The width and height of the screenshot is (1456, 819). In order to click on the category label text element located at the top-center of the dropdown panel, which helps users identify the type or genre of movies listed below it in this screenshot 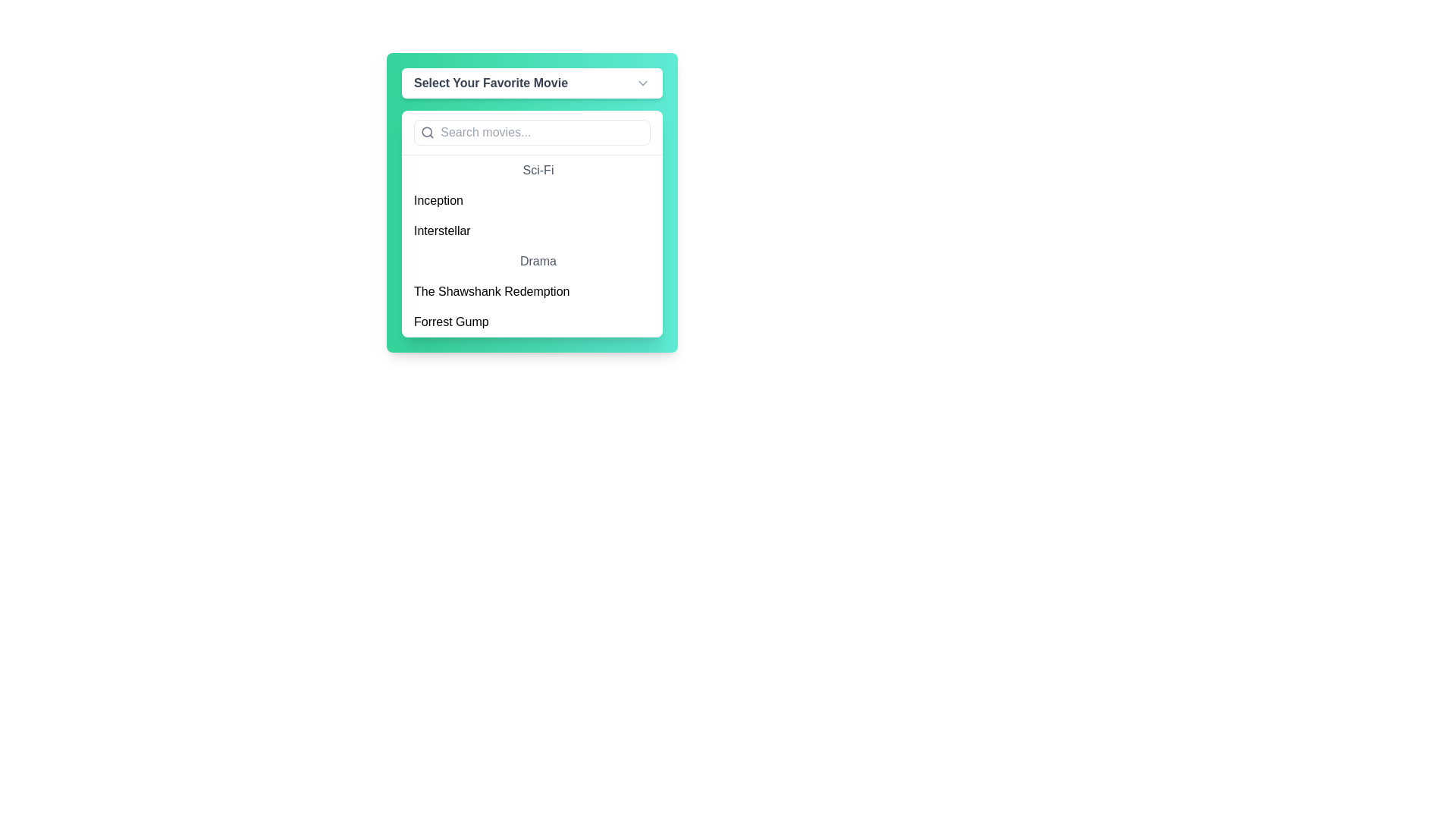, I will do `click(532, 260)`.